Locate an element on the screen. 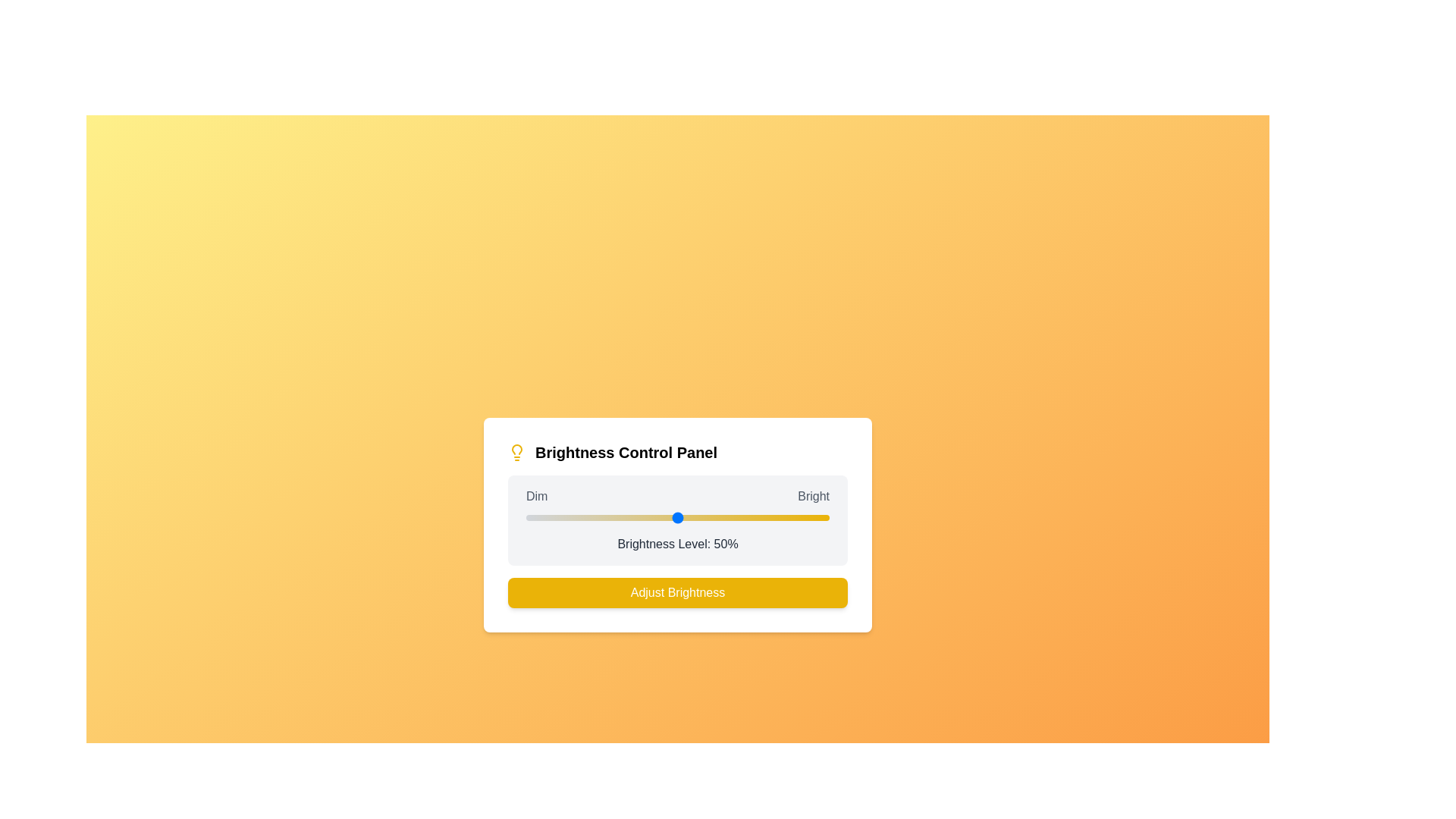 This screenshot has width=1456, height=819. the 'Adjust Brightness' button is located at coordinates (676, 591).